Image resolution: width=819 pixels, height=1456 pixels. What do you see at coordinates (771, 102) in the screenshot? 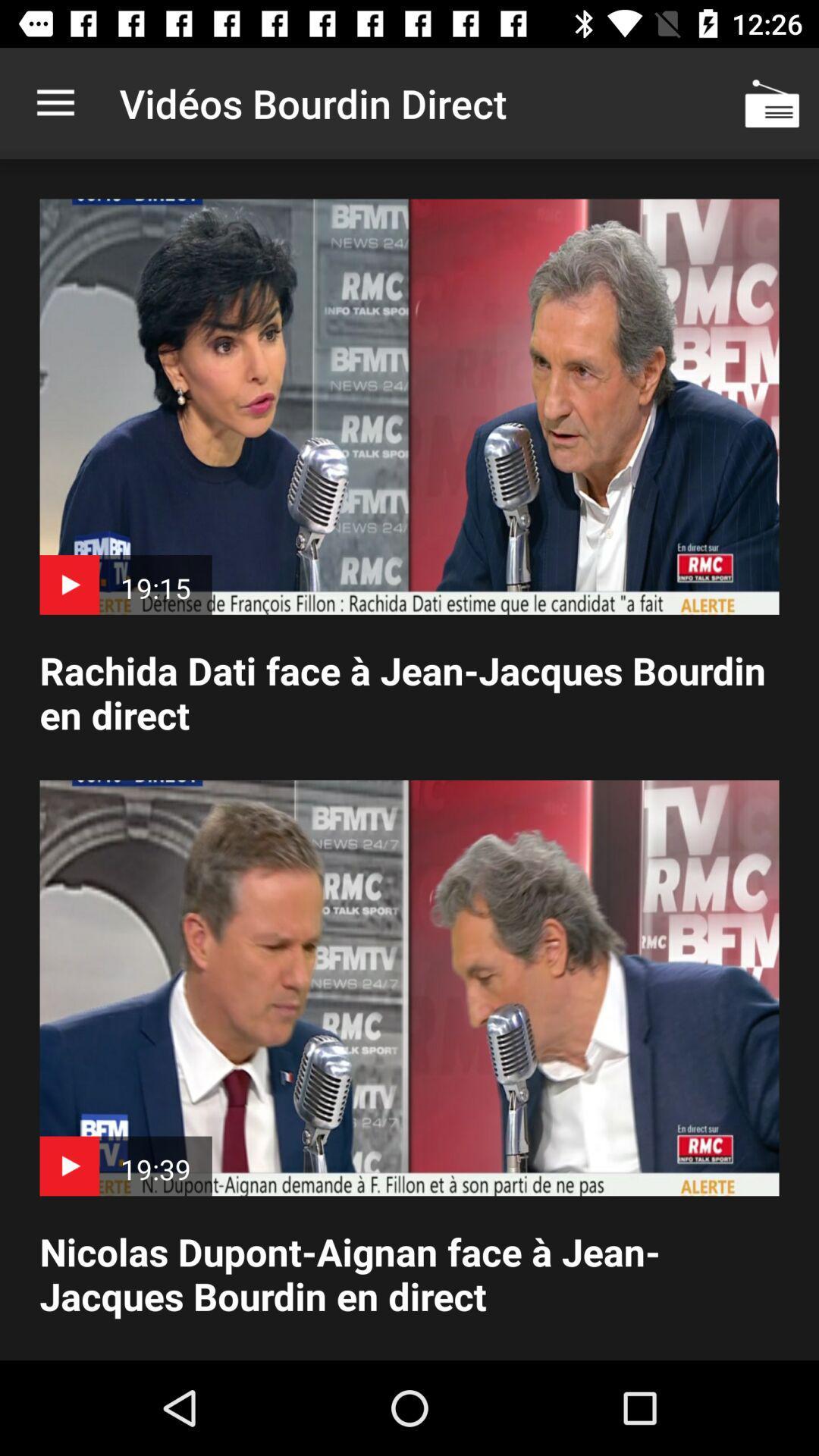
I see `icon at the top right corner` at bounding box center [771, 102].